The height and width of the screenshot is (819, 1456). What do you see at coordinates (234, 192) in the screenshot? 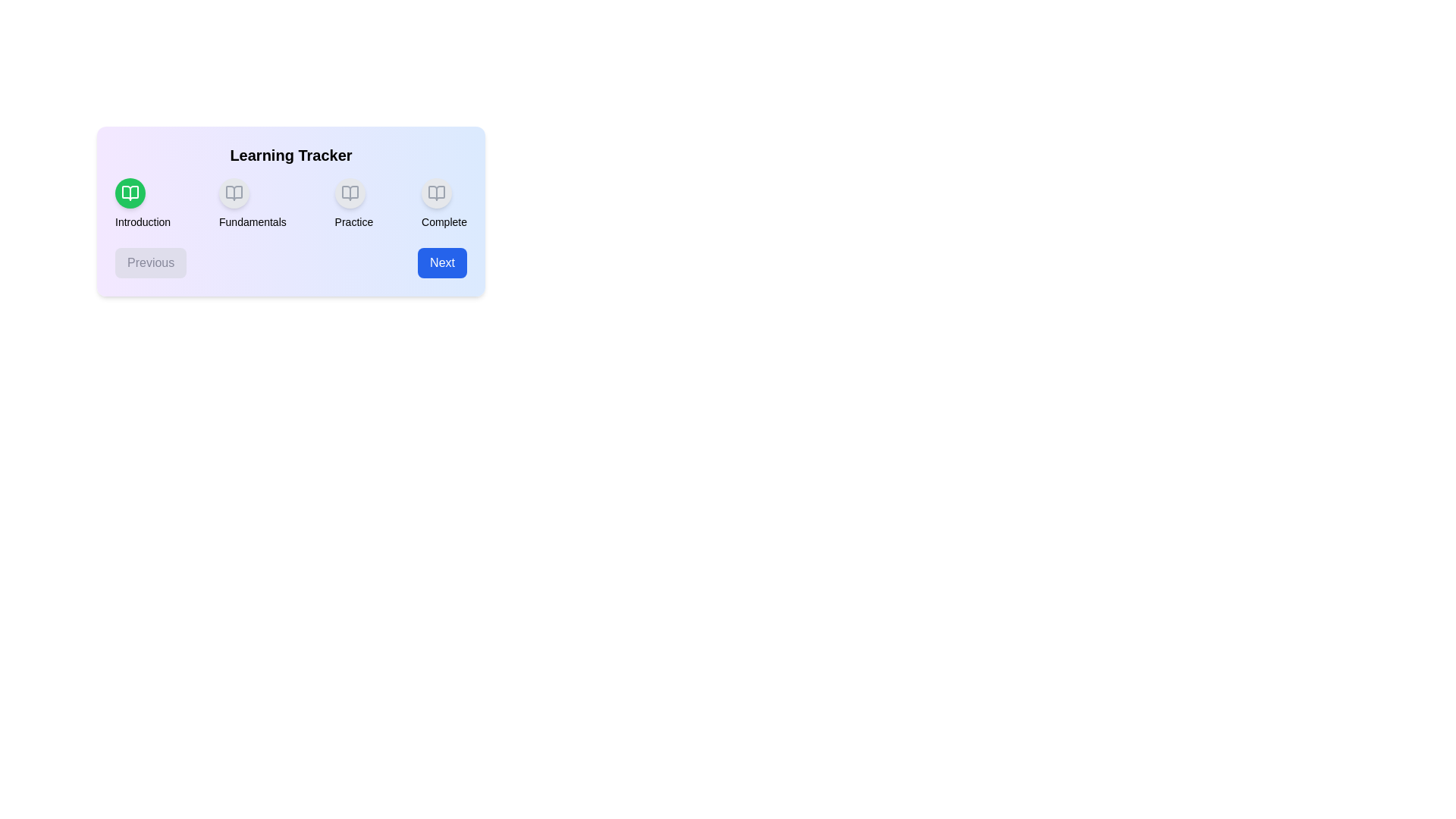
I see `the open book icon located under the 'Learning Tracker' header` at bounding box center [234, 192].